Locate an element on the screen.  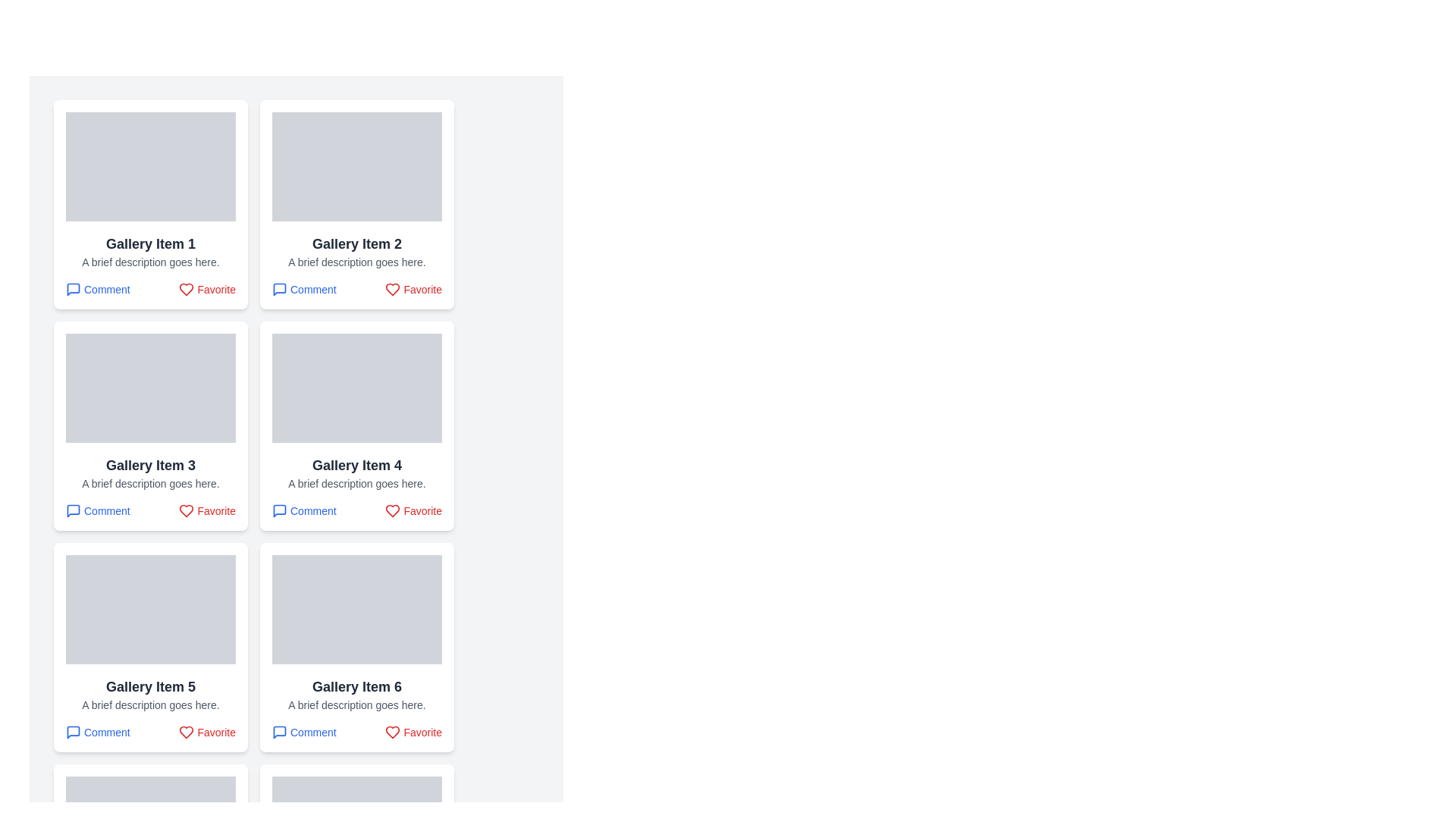
the 'Favorite' button, which is a heart icon located in the bottom right corner of the 'Gallery Item 6' card is located at coordinates (393, 731).